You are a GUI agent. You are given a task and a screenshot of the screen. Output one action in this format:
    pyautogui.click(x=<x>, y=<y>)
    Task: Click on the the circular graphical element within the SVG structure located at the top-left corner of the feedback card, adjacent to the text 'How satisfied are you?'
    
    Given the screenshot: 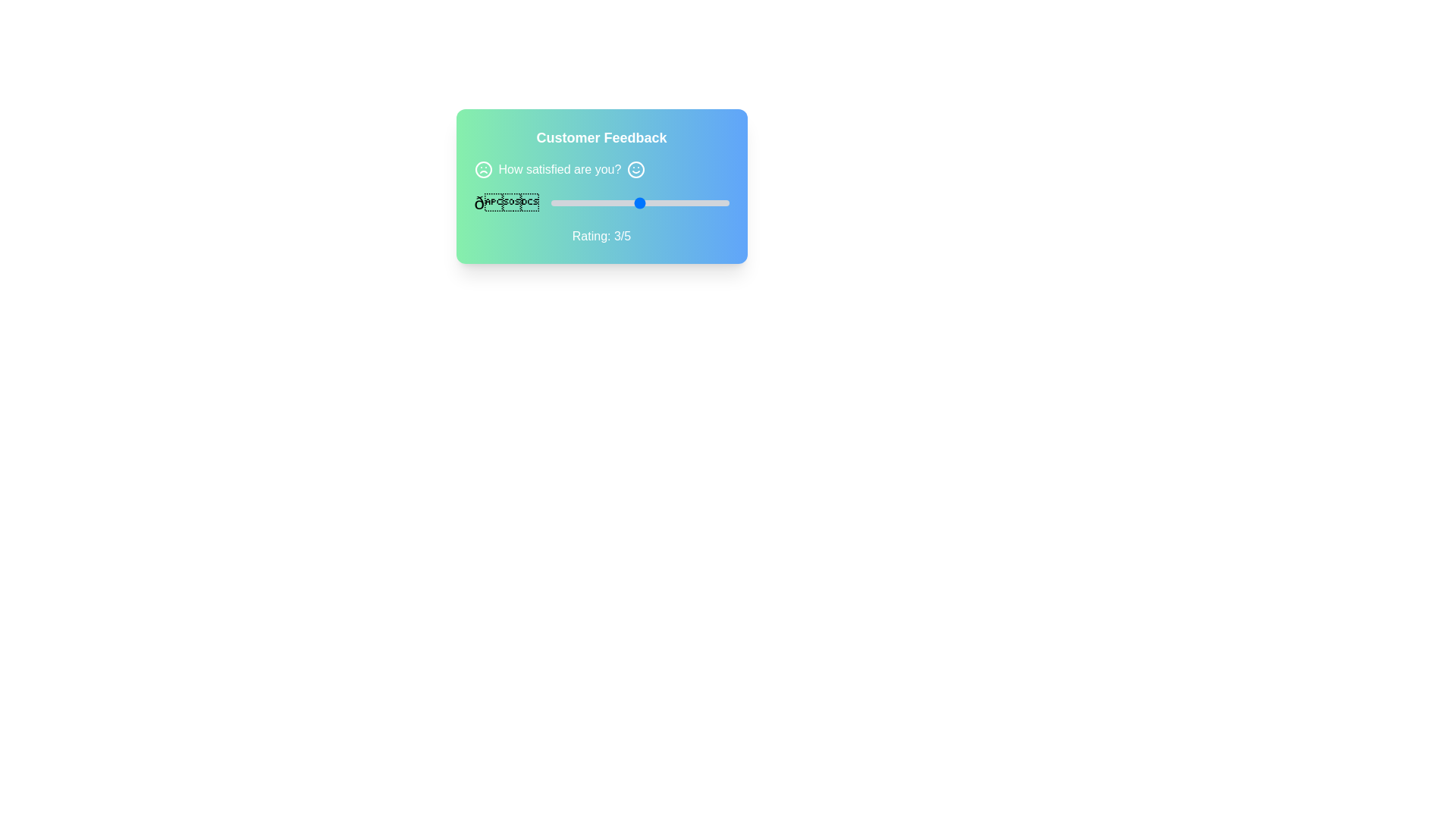 What is the action you would take?
    pyautogui.click(x=482, y=169)
    